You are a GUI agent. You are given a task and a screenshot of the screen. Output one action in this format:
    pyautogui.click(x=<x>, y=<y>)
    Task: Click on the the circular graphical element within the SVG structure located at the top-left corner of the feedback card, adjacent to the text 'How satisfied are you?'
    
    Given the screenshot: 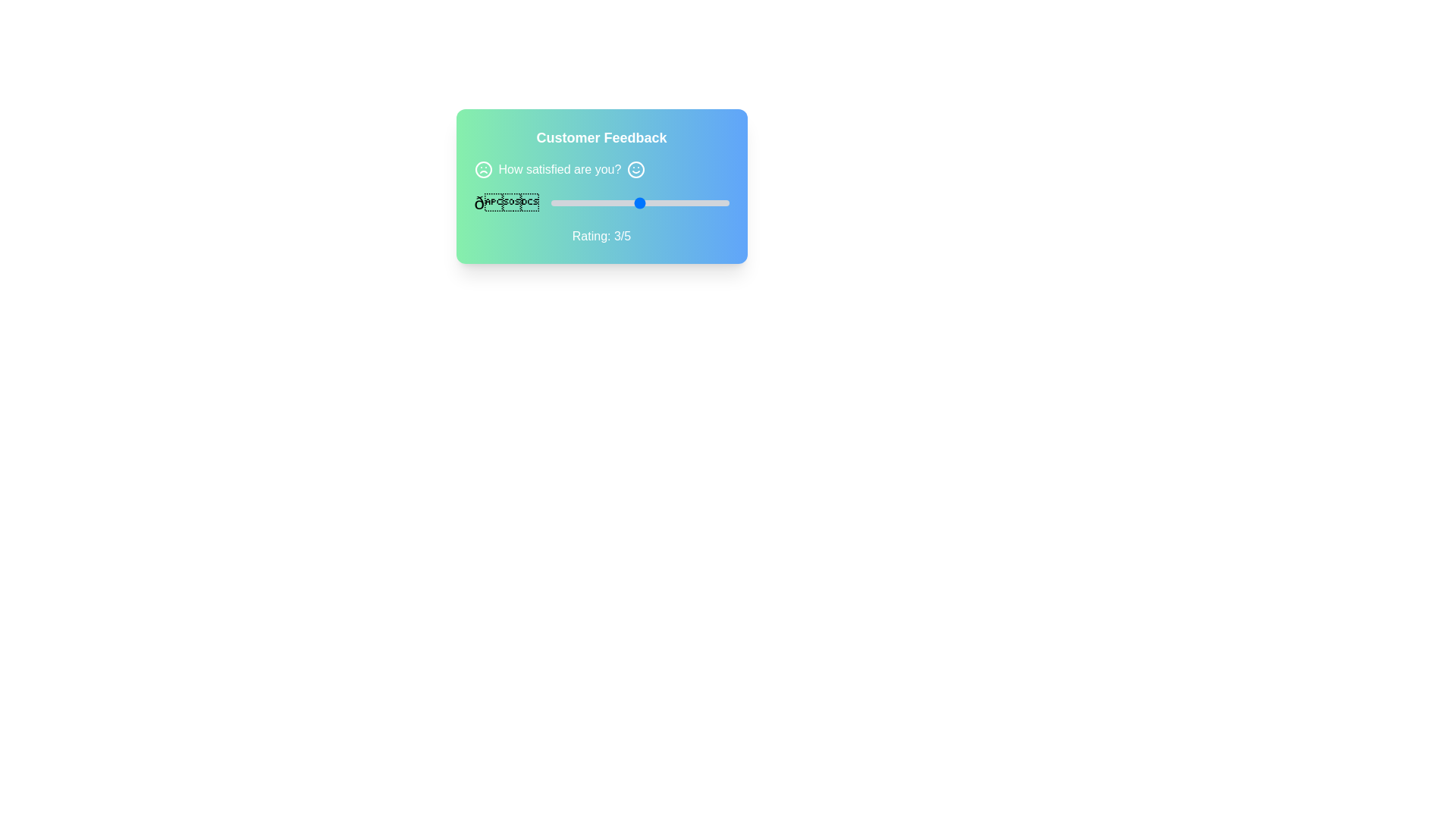 What is the action you would take?
    pyautogui.click(x=482, y=169)
    